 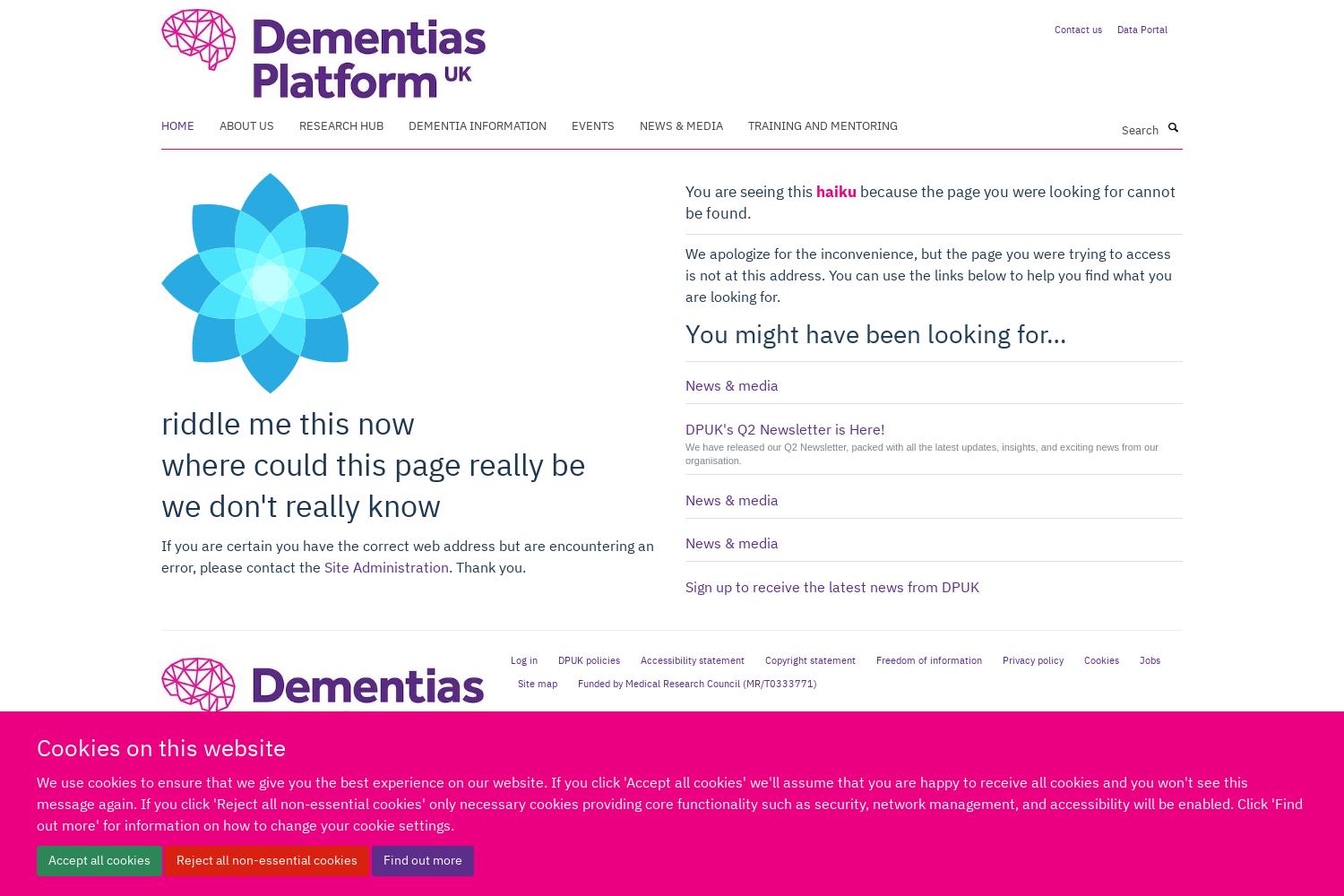 I want to click on 'haiku', so click(x=836, y=190).